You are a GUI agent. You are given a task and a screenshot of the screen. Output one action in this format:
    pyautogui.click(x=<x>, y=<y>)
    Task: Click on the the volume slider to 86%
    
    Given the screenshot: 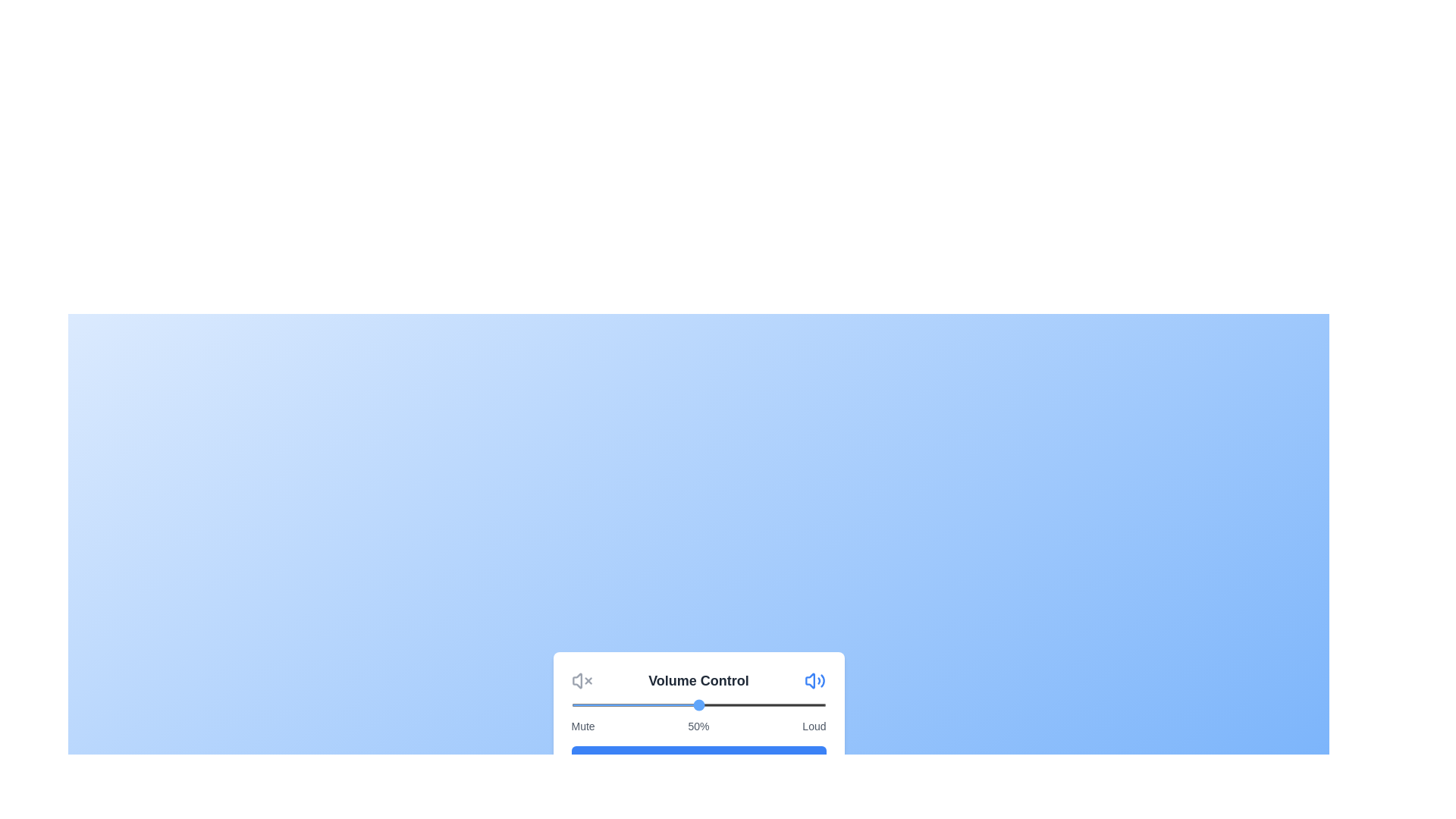 What is the action you would take?
    pyautogui.click(x=789, y=704)
    